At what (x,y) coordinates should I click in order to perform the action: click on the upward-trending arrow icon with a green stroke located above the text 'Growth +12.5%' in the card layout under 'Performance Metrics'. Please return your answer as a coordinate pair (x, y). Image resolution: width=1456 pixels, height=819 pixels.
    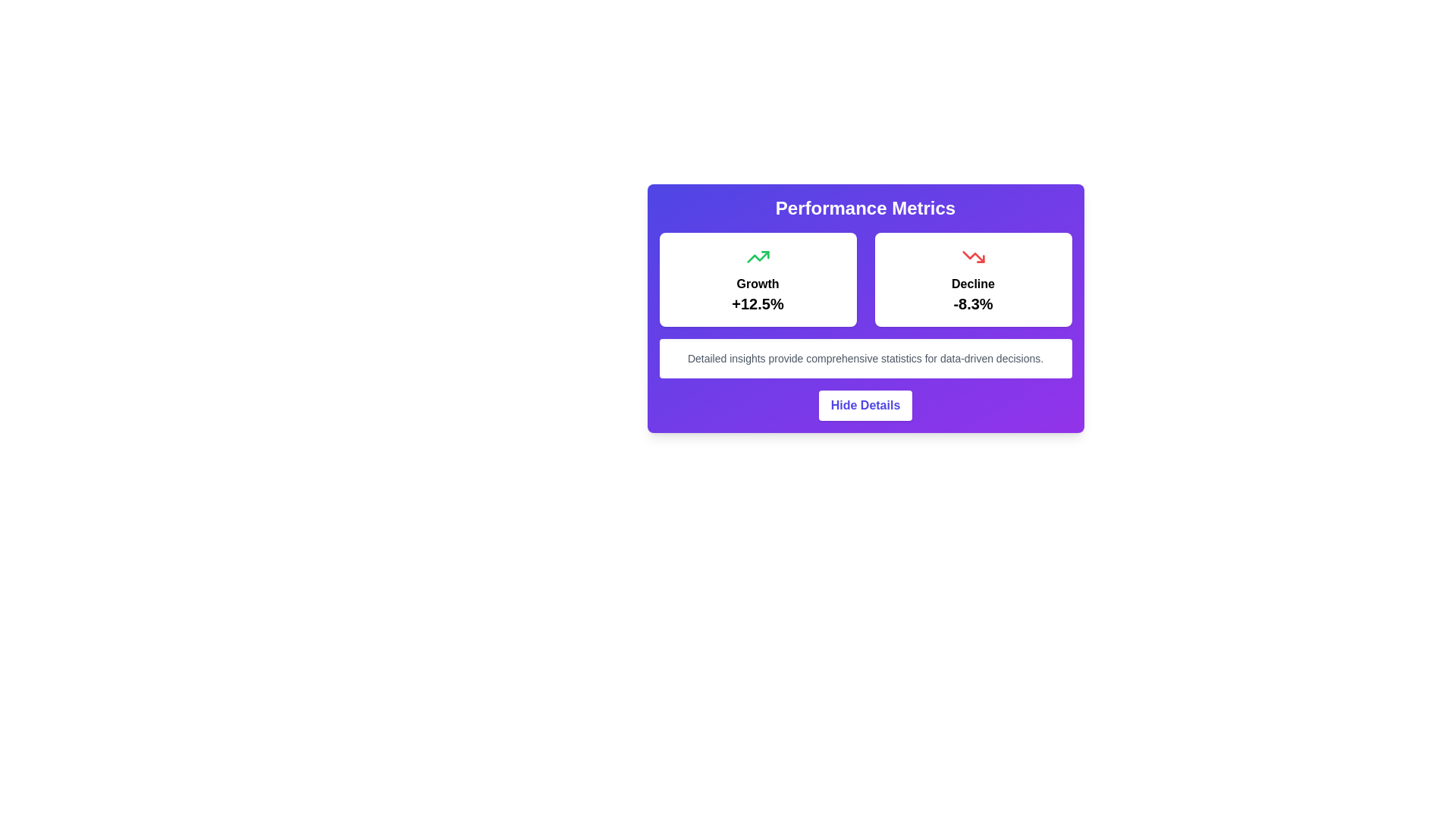
    Looking at the image, I should click on (758, 256).